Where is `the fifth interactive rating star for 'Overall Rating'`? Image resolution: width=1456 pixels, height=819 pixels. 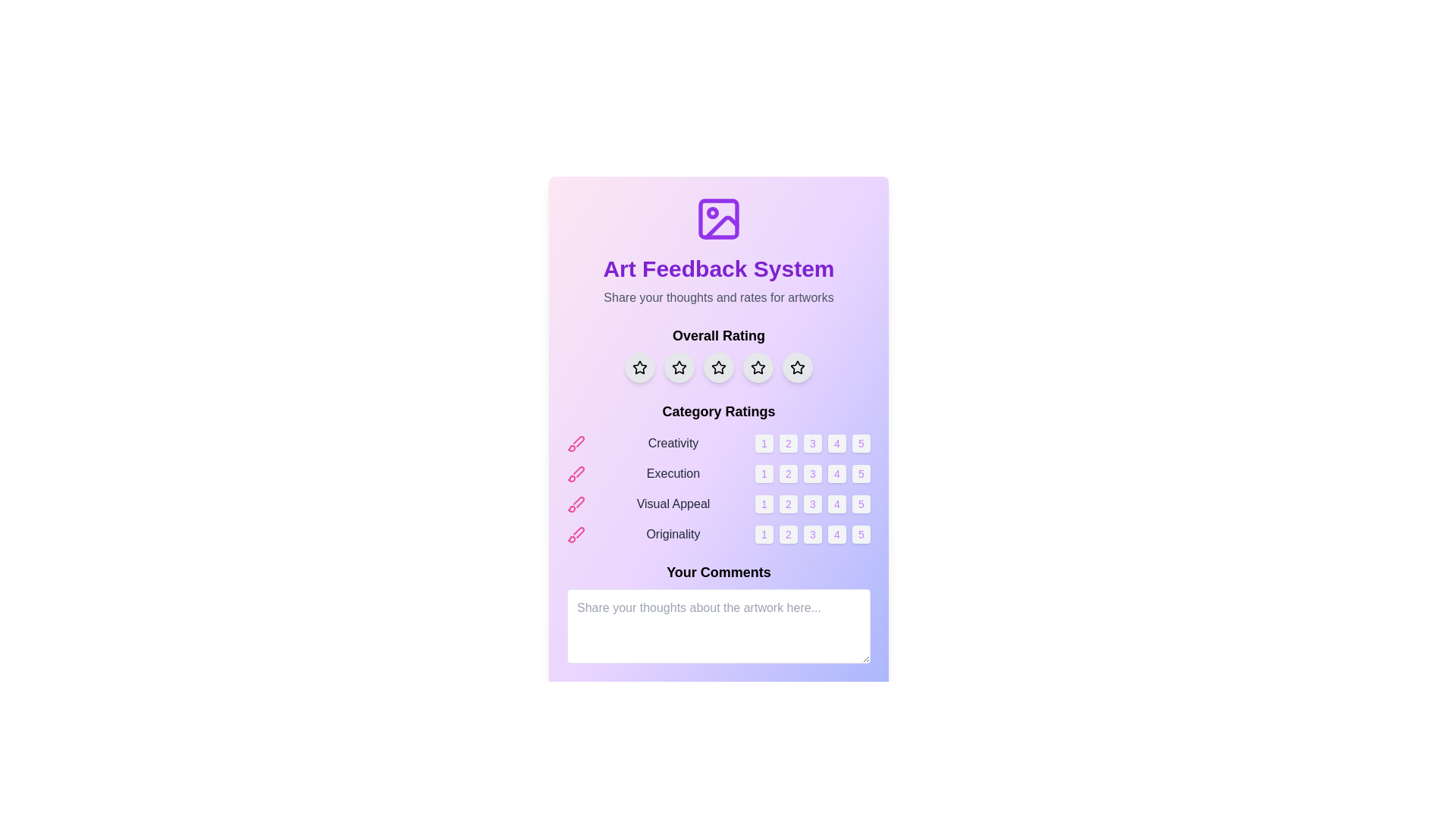 the fifth interactive rating star for 'Overall Rating' is located at coordinates (796, 367).